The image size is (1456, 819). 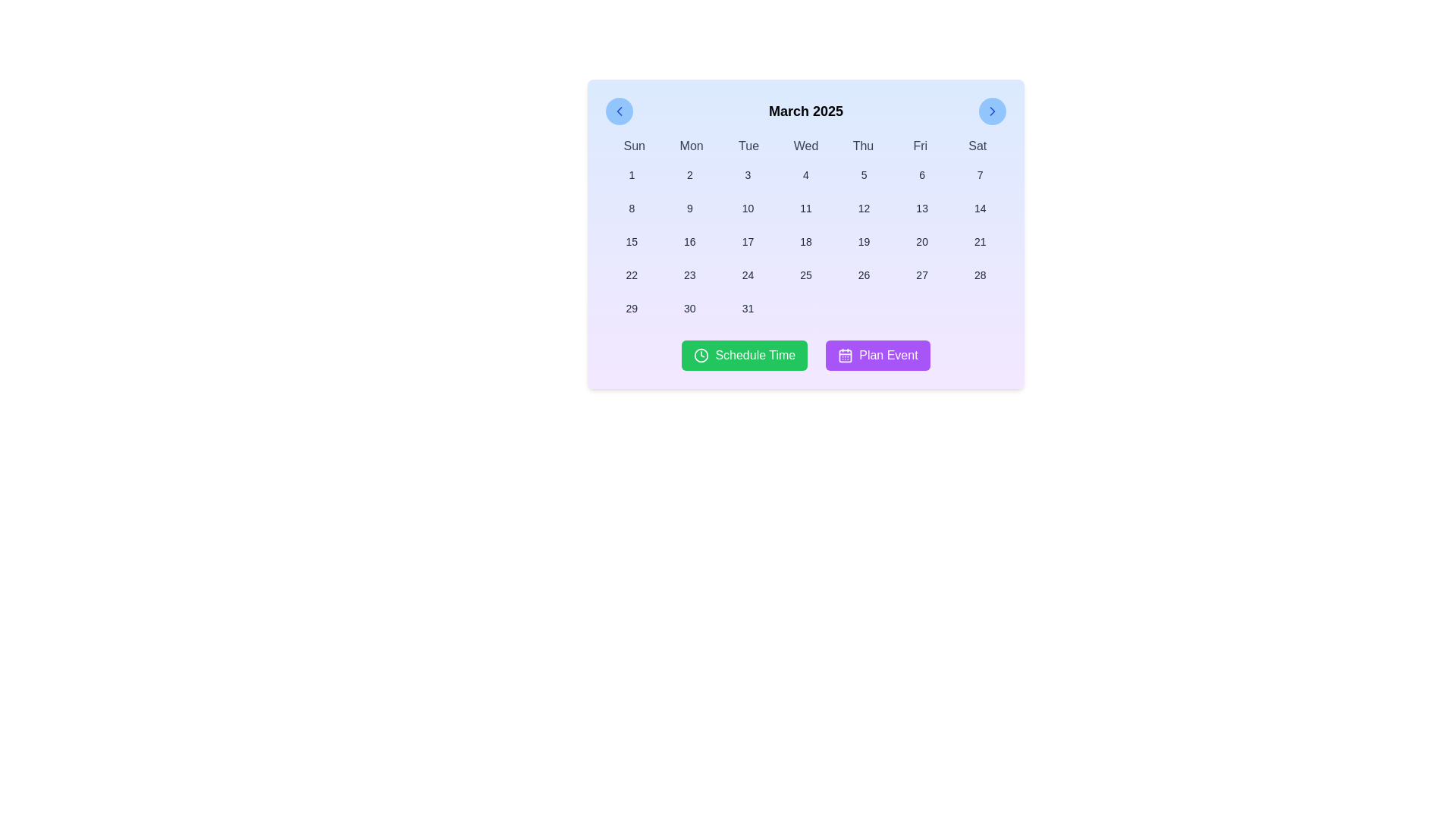 I want to click on the static text label displaying 'Sat' which is the last item in a horizontal arrangement of day names within the calendar component, so click(x=977, y=146).